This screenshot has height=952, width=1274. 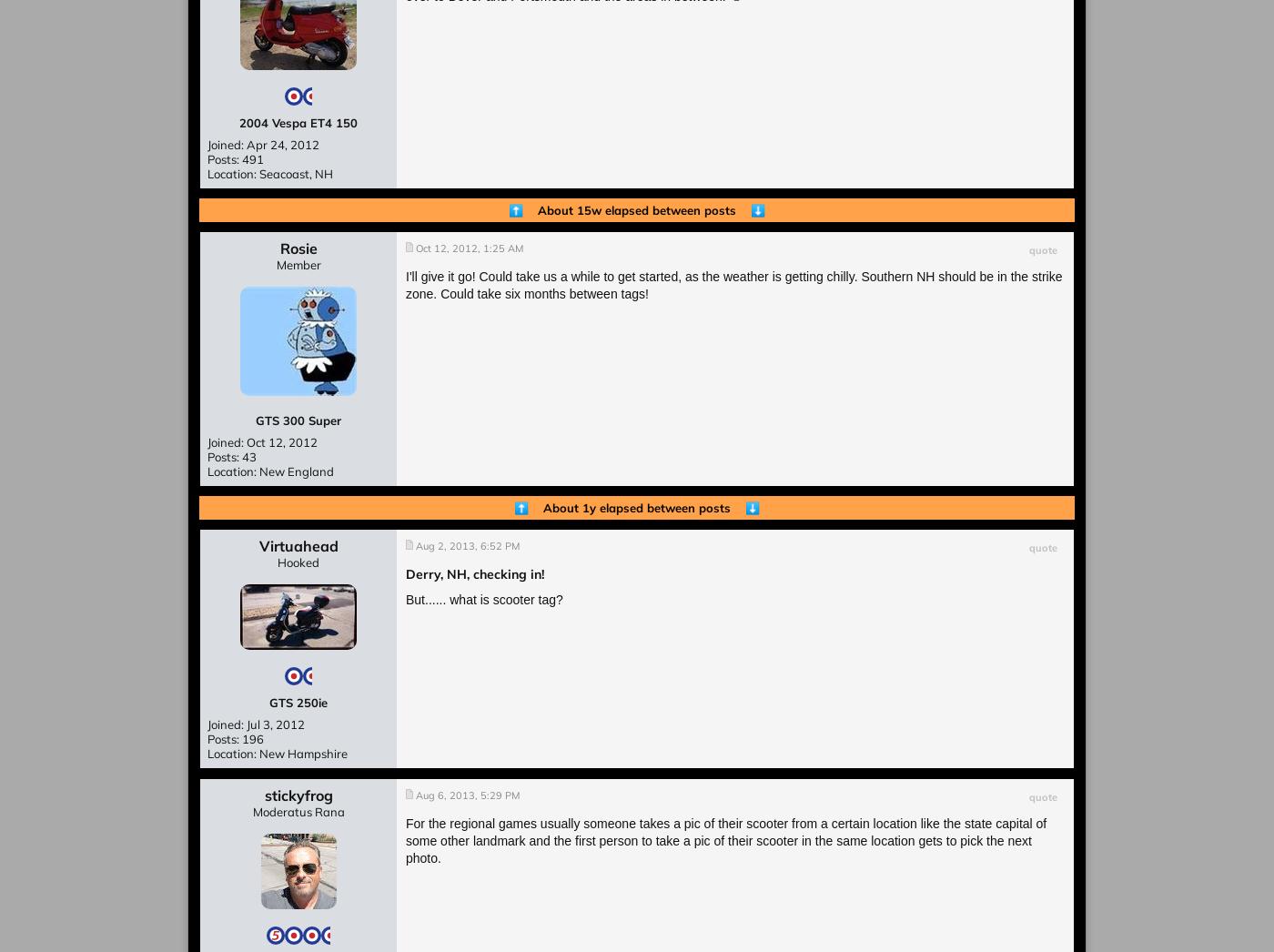 What do you see at coordinates (278, 754) in the screenshot?
I see `'Location: New Hampshire'` at bounding box center [278, 754].